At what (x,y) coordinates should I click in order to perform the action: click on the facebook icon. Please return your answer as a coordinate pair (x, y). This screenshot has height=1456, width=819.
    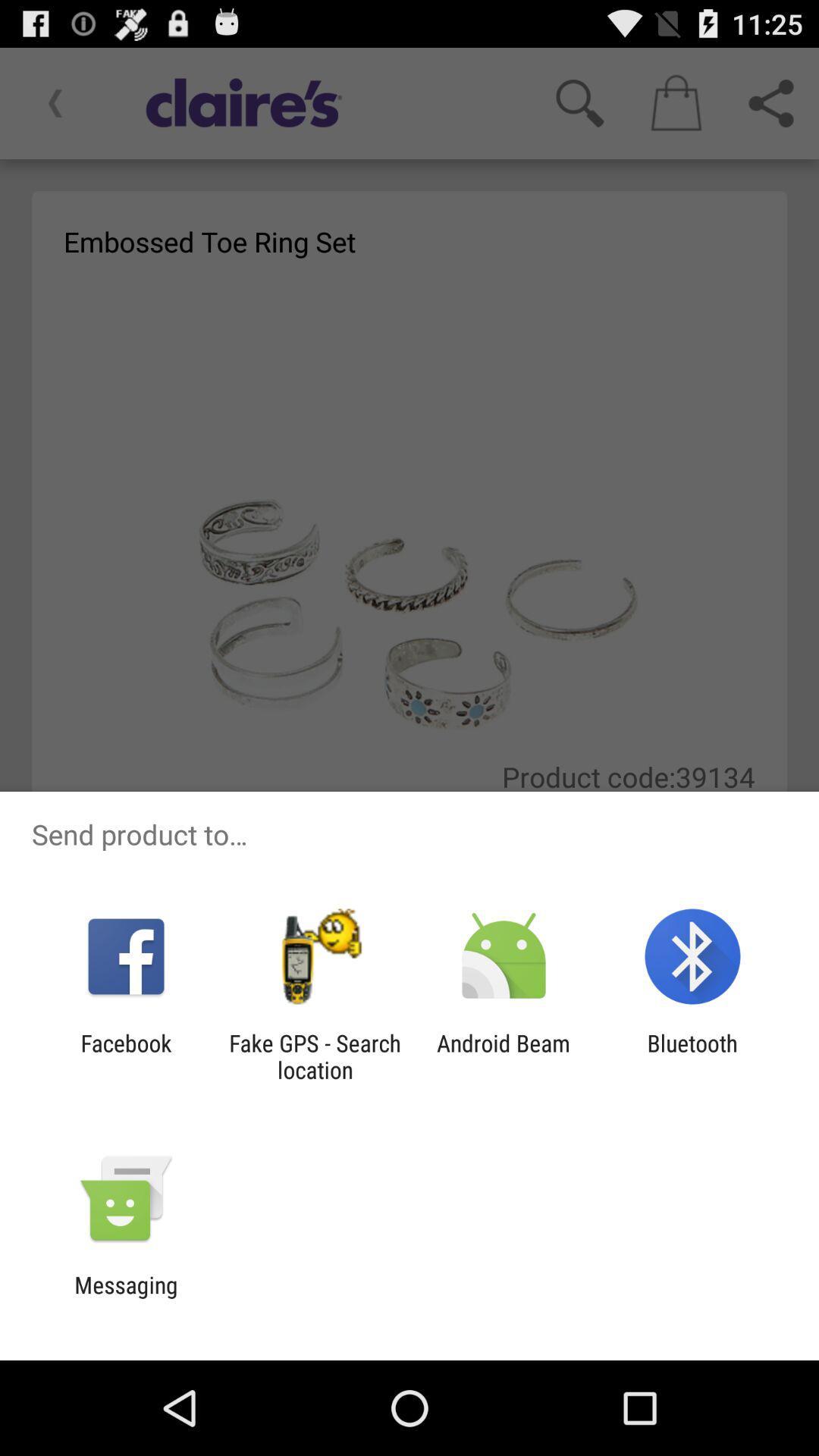
    Looking at the image, I should click on (125, 1056).